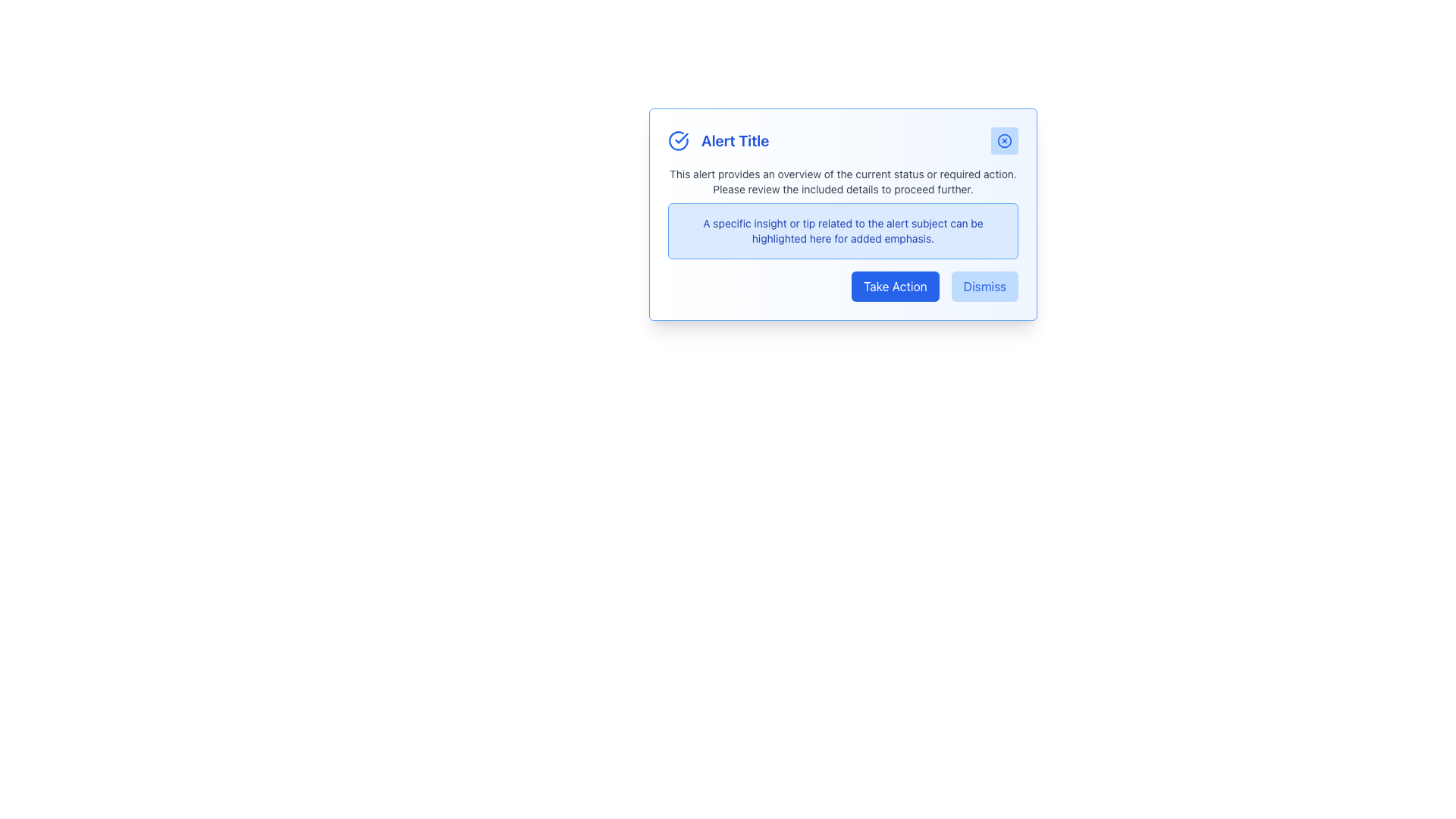 This screenshot has height=819, width=1456. I want to click on the alert box that displays an alert message with a structured layout including a title, details, and action buttons, so click(843, 214).